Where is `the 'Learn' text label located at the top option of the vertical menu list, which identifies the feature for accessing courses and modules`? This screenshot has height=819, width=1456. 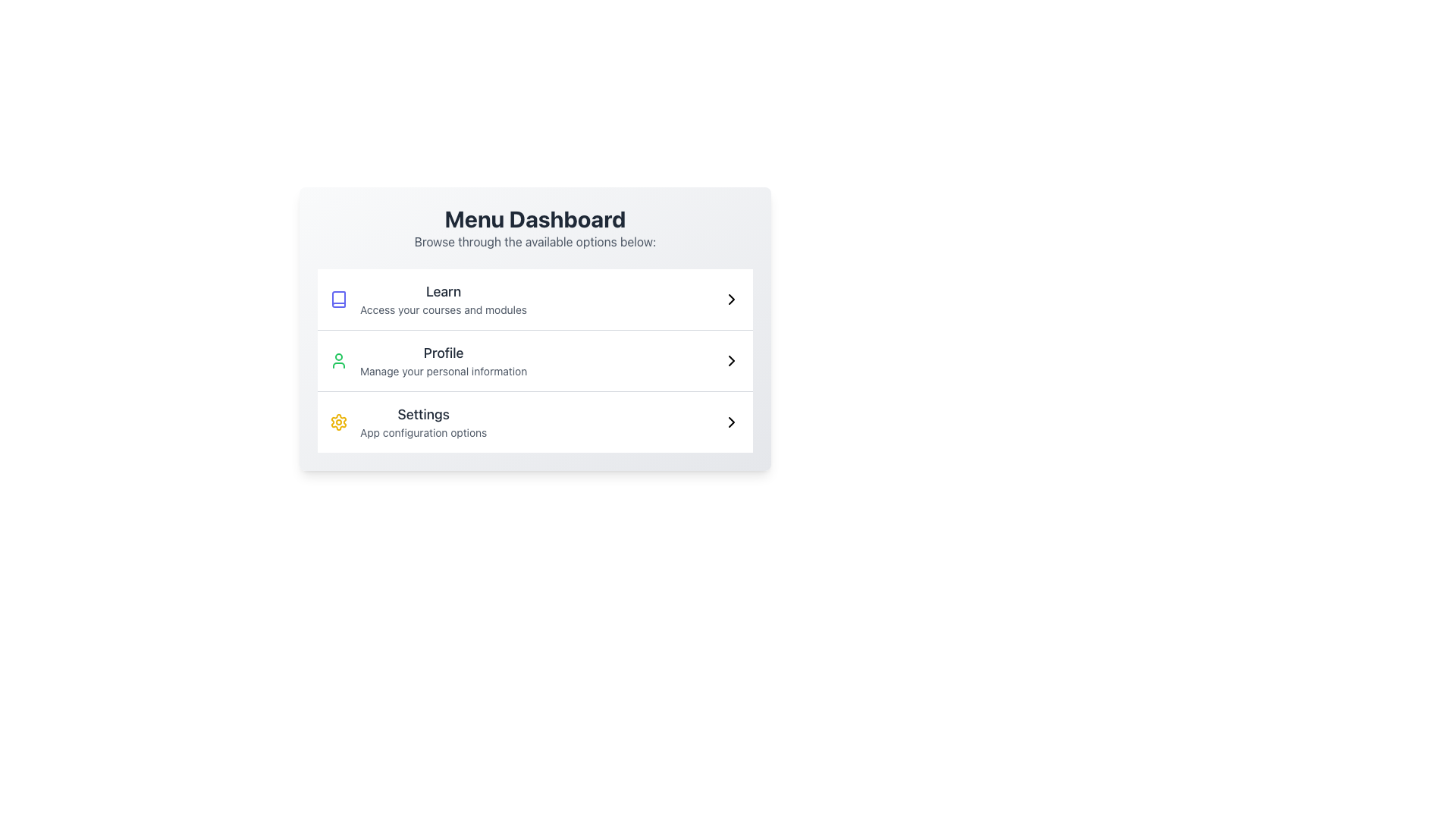
the 'Learn' text label located at the top option of the vertical menu list, which identifies the feature for accessing courses and modules is located at coordinates (443, 292).